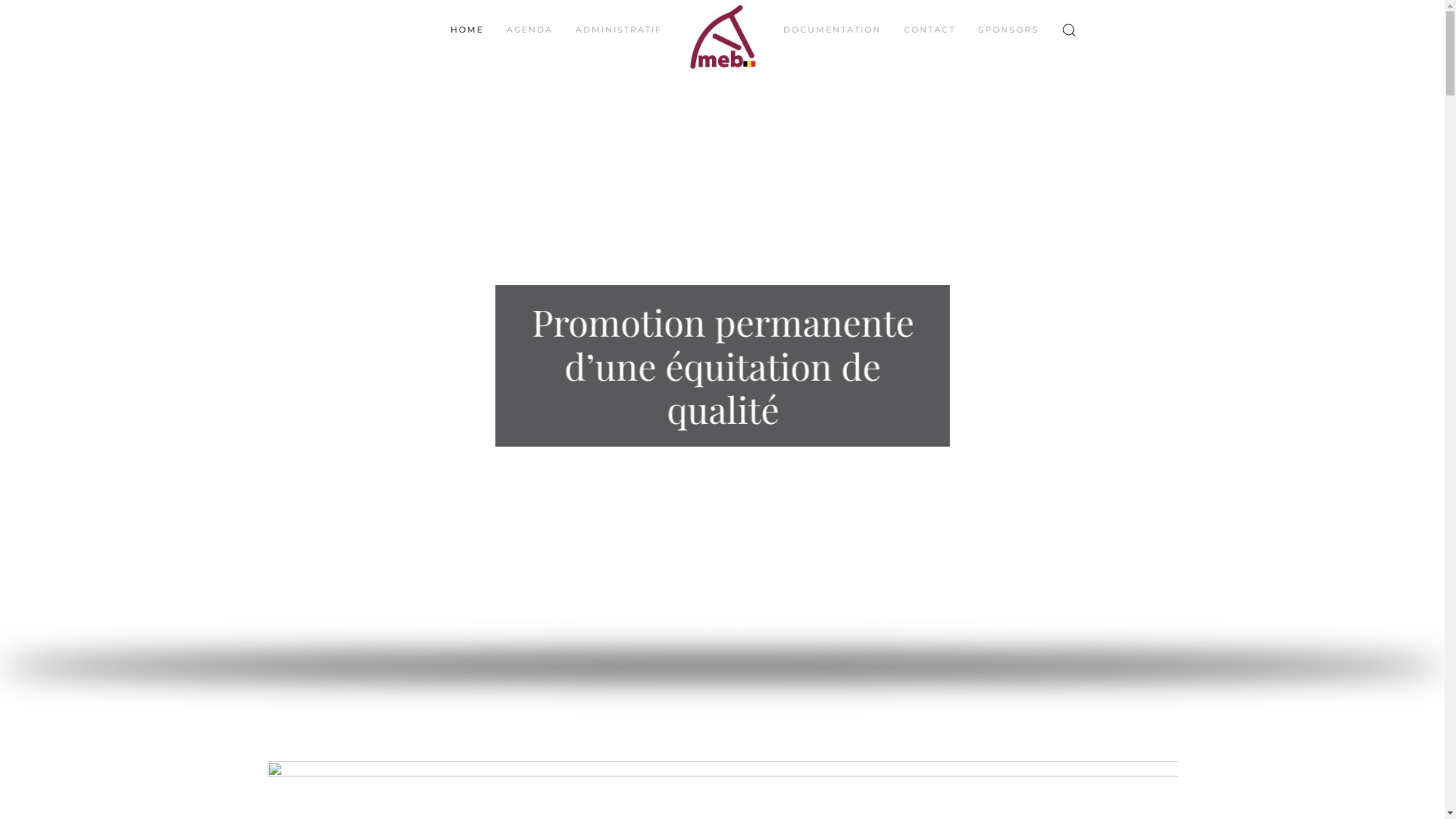 The image size is (1456, 819). I want to click on 'DOCUMENTATION', so click(830, 30).